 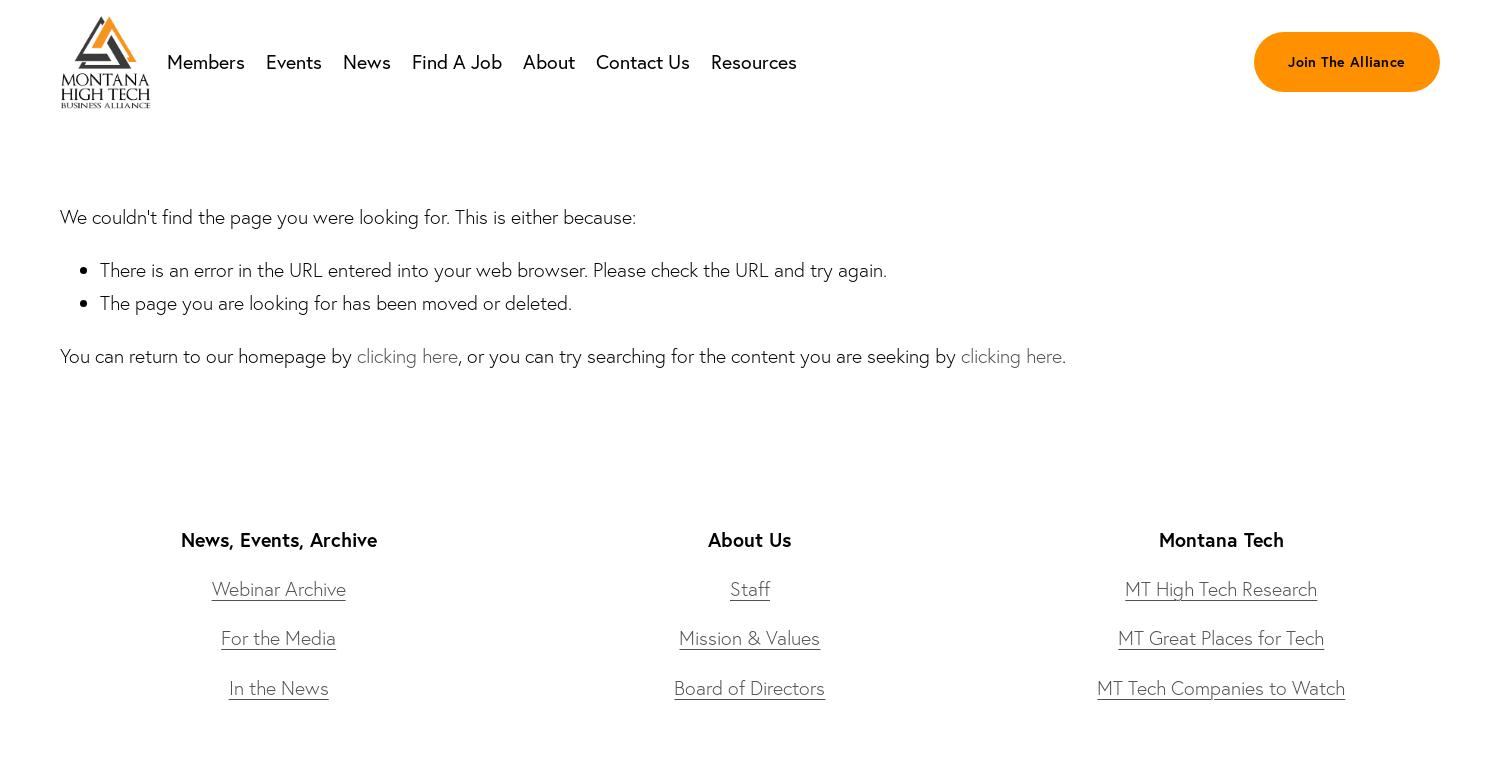 What do you see at coordinates (1062, 355) in the screenshot?
I see `'.'` at bounding box center [1062, 355].